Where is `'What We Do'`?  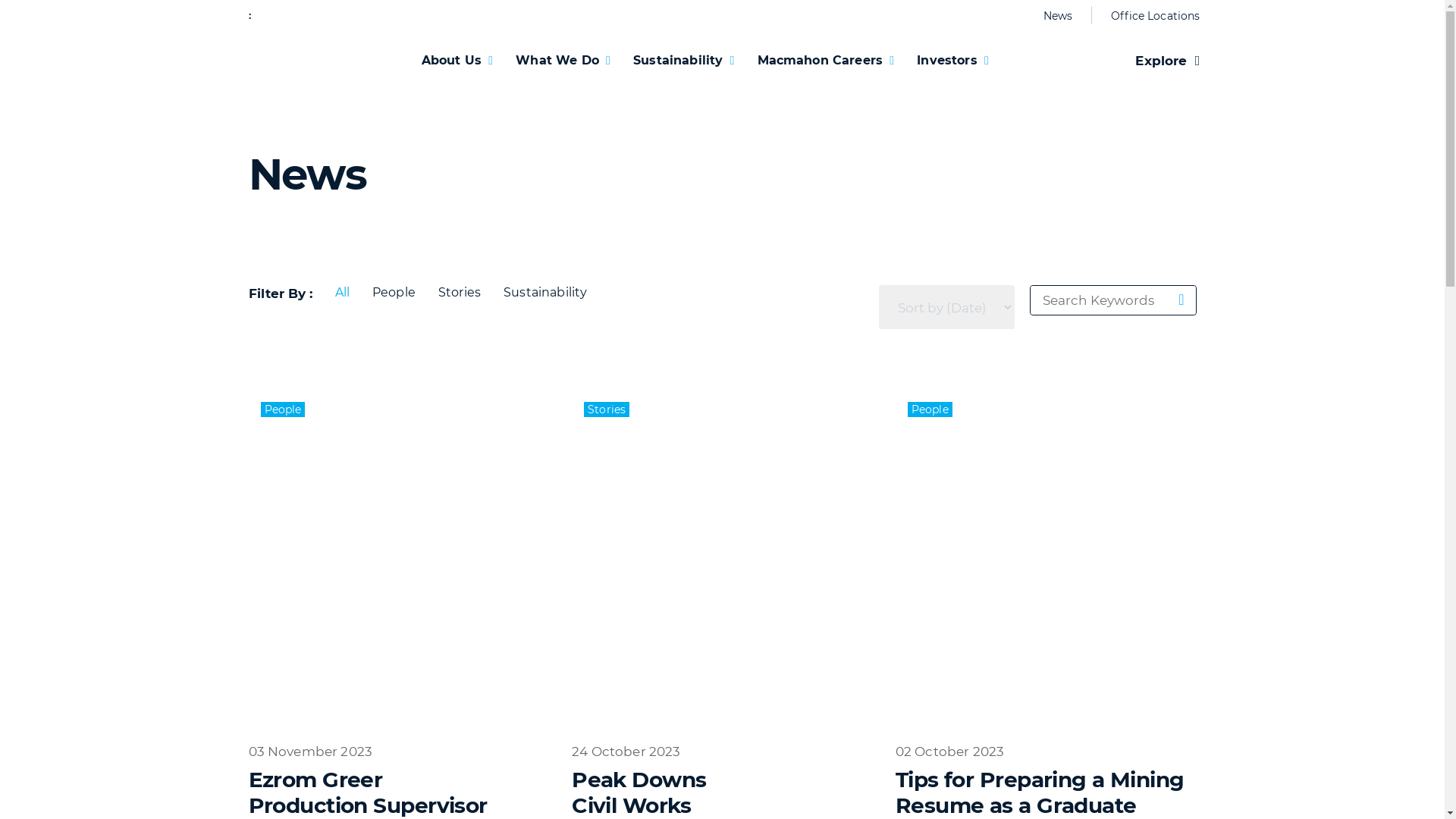
'What We Do' is located at coordinates (504, 59).